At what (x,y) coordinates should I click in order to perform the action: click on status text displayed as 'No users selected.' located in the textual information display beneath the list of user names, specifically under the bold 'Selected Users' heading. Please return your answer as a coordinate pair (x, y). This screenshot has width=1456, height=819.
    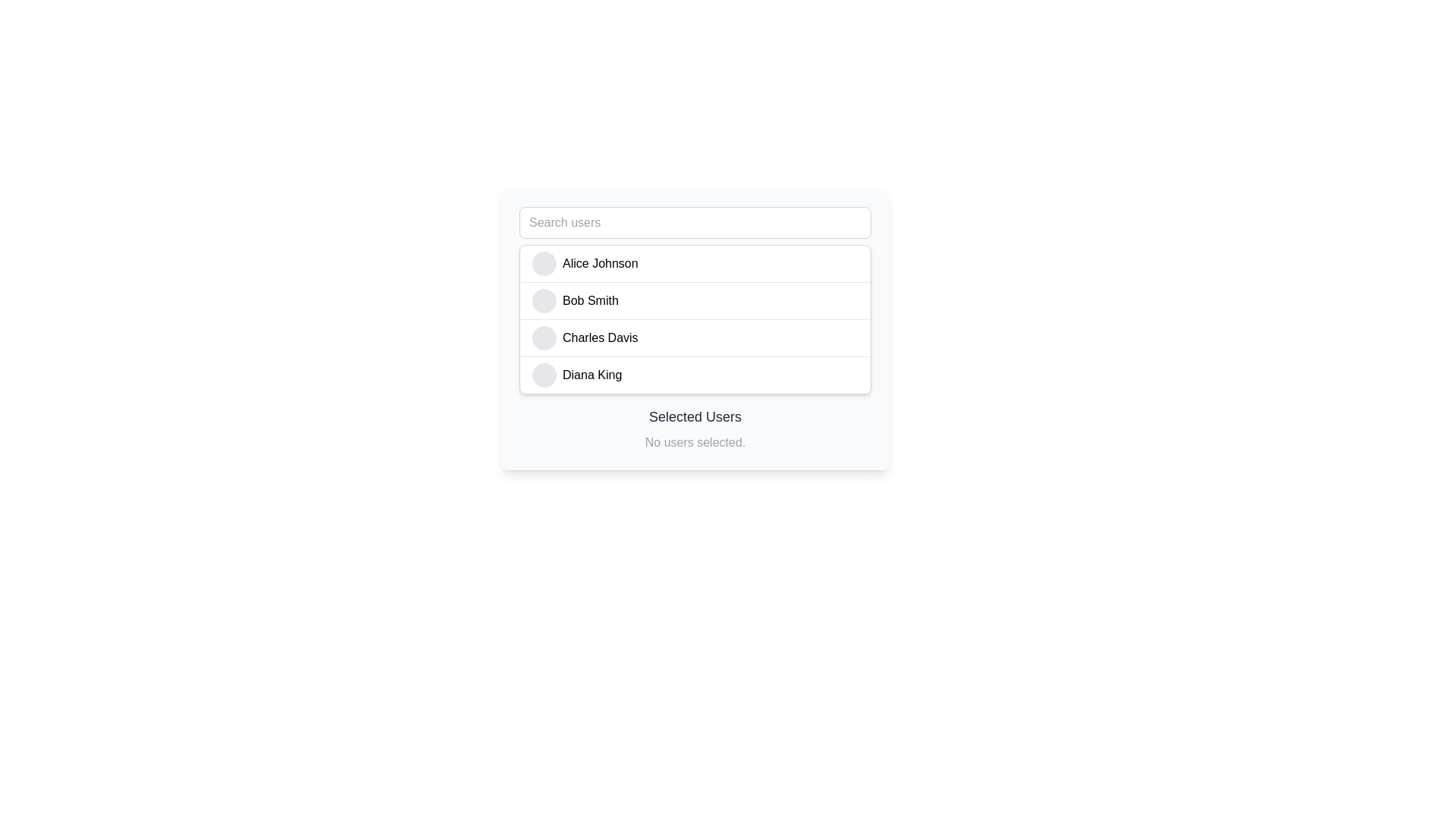
    Looking at the image, I should click on (694, 429).